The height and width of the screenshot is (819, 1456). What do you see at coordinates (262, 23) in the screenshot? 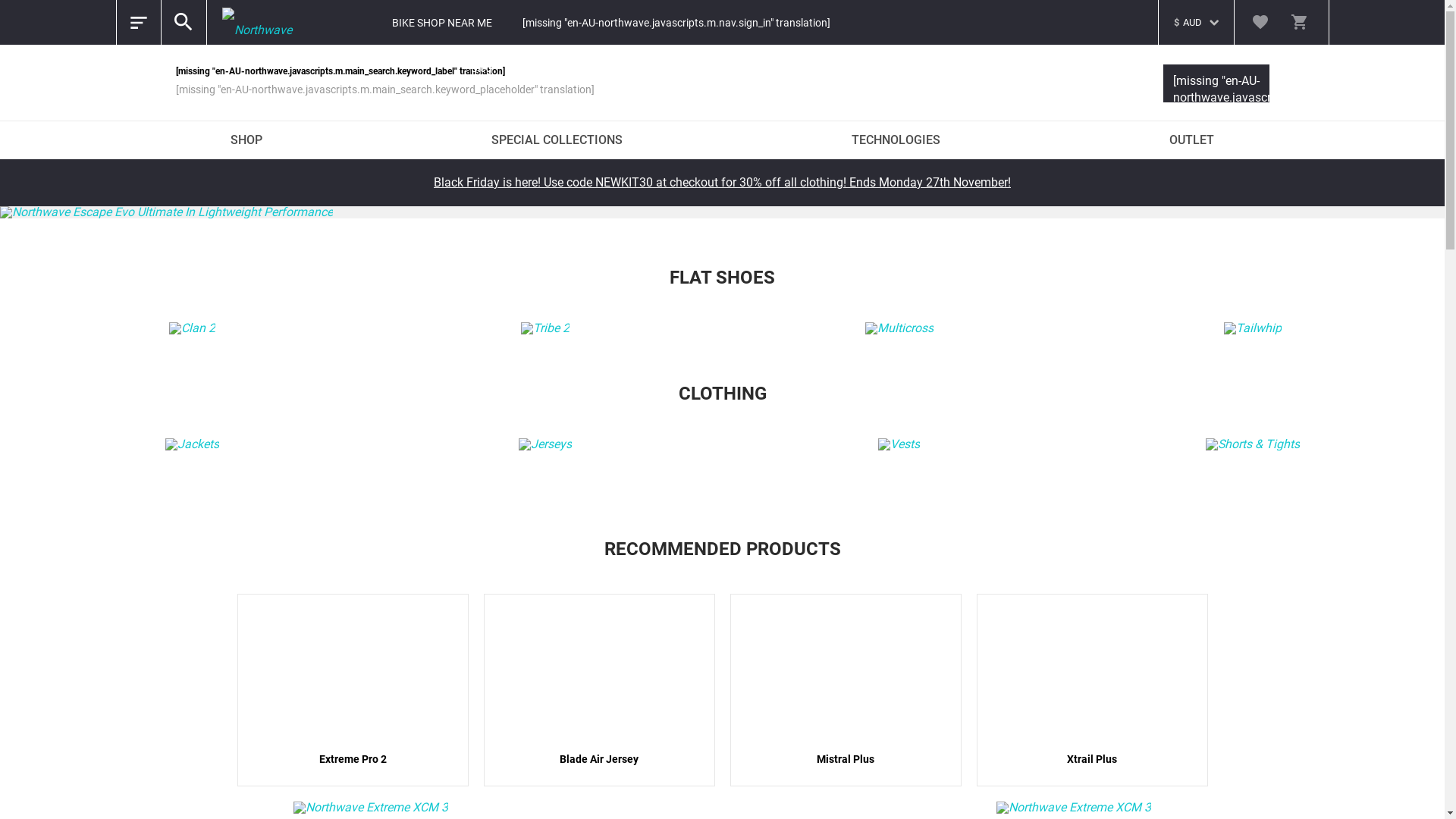
I see `'Northwave Australia Home Page'` at bounding box center [262, 23].